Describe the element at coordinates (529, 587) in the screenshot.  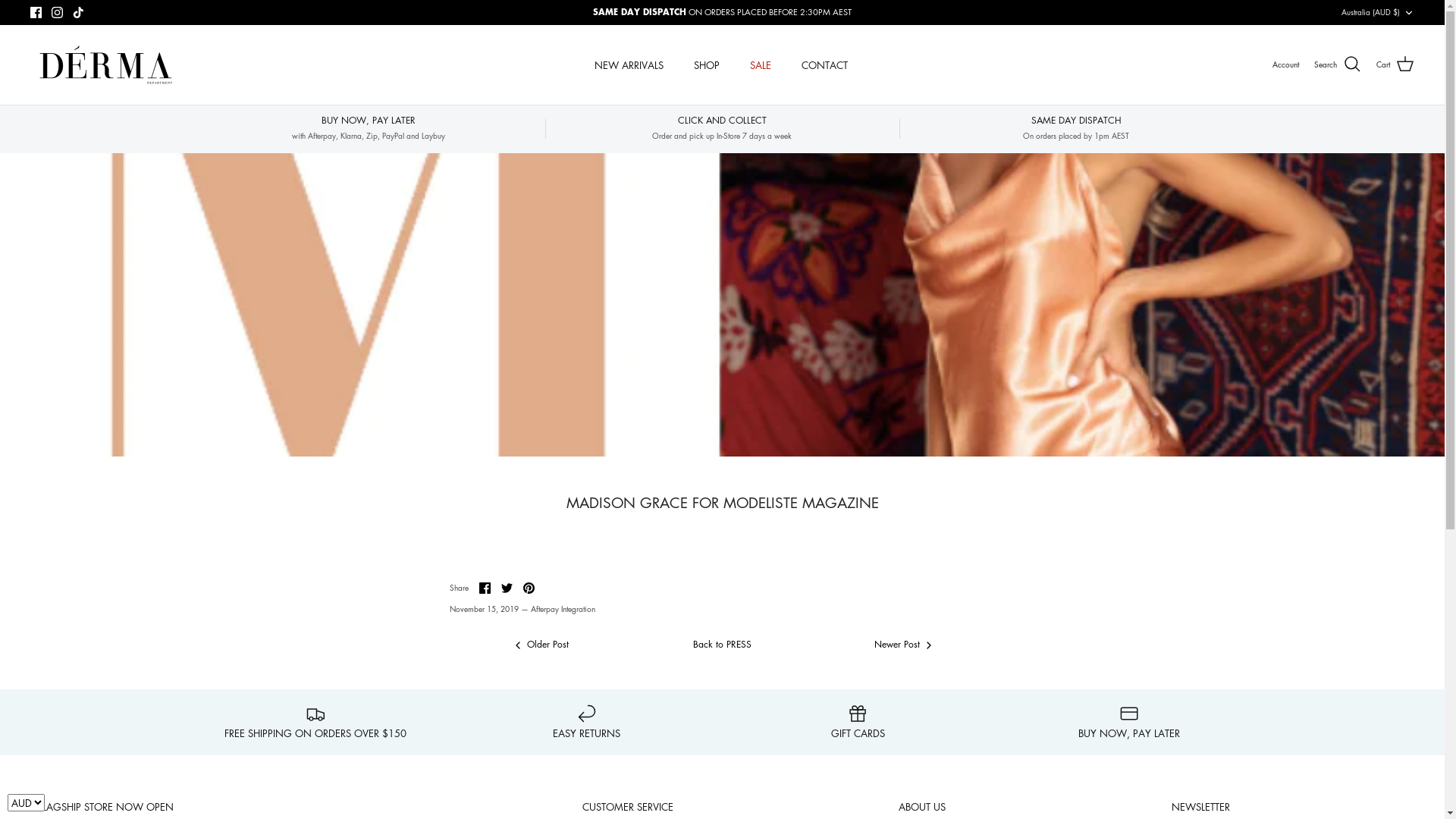
I see `'Pinterest` at that location.